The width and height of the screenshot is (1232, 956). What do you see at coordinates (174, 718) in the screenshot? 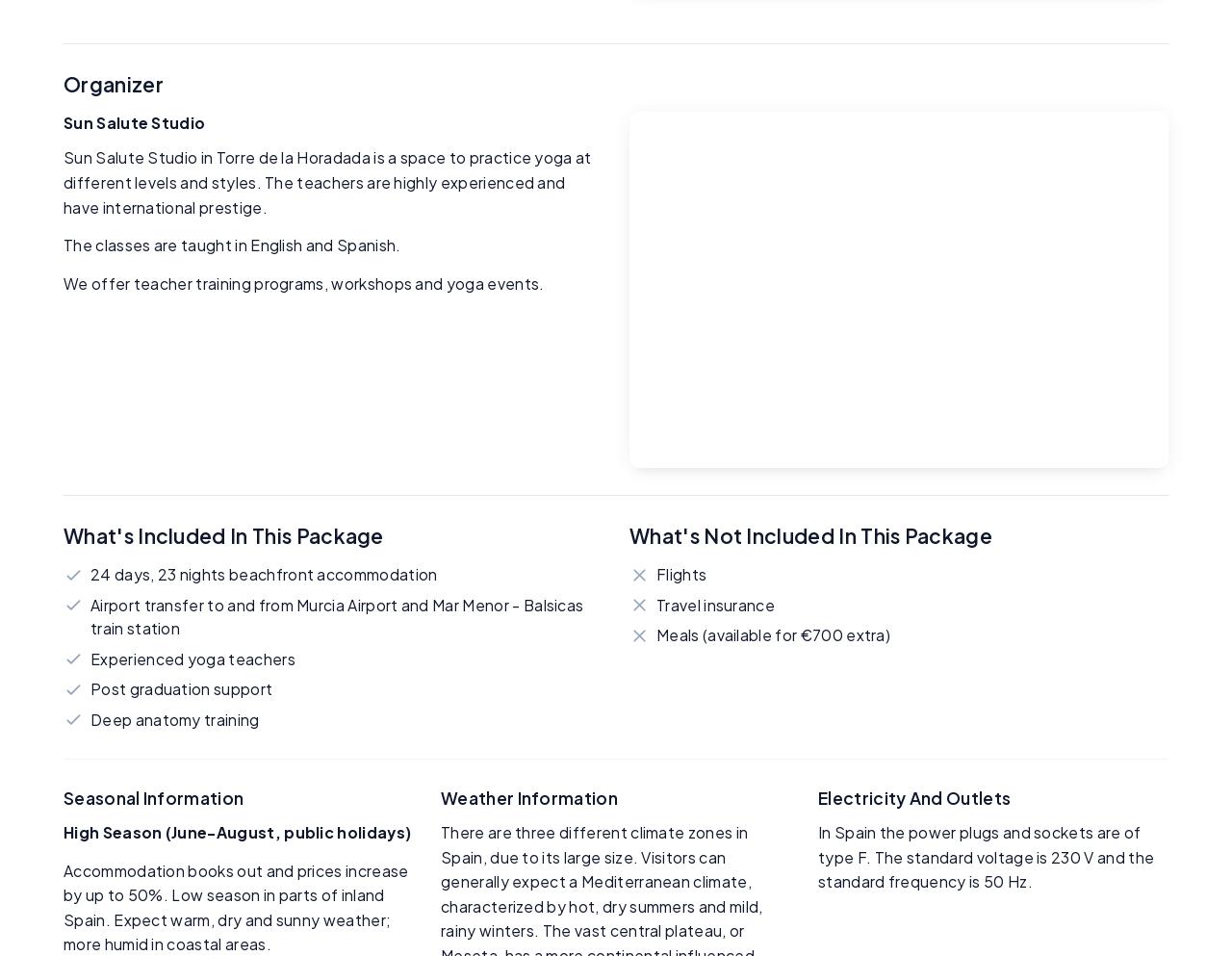
I see `'Deep anatomy training'` at bounding box center [174, 718].